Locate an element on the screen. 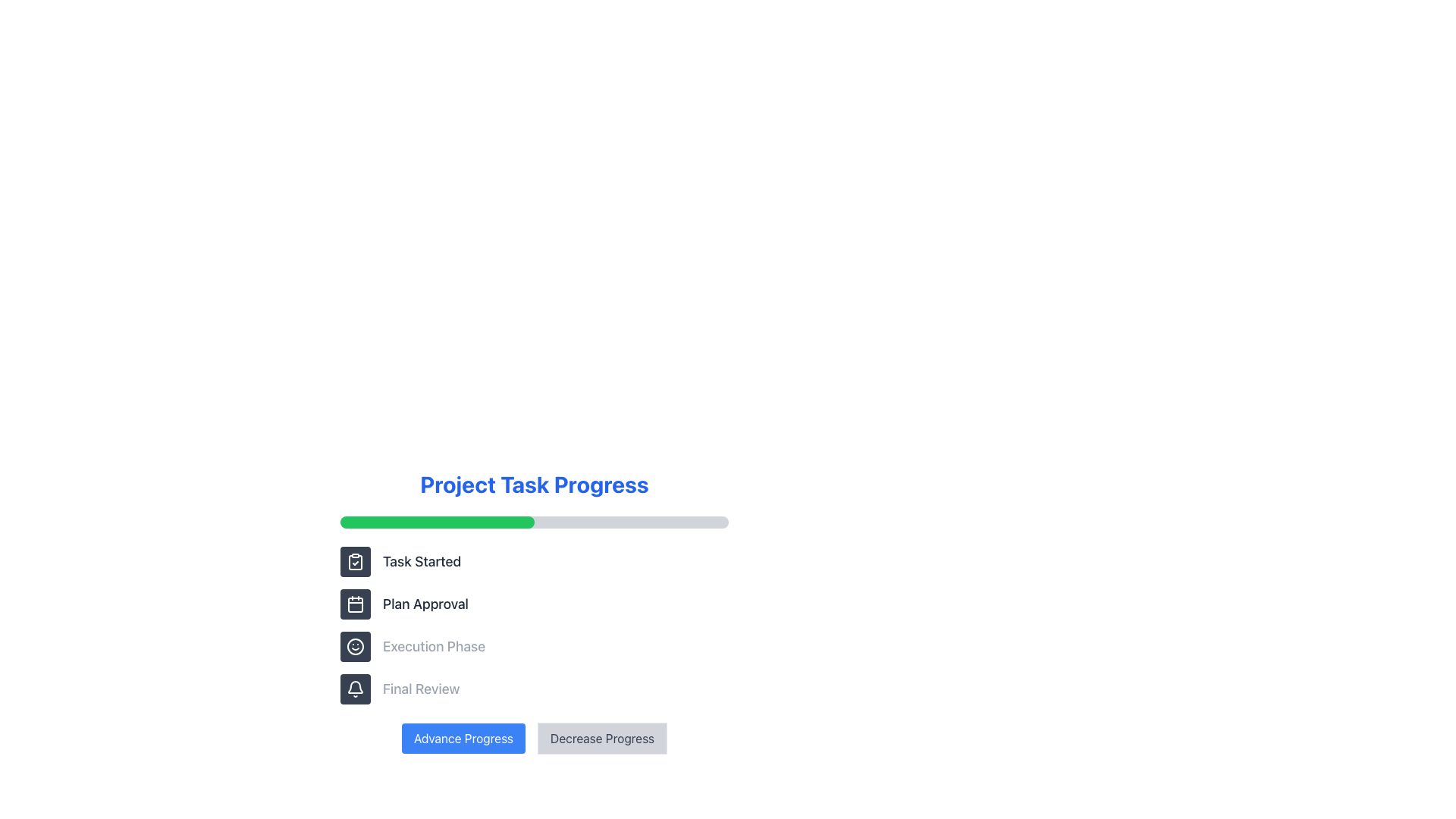 Image resolution: width=1456 pixels, height=819 pixels. the text label indicating the starting phase of the project task, which is the first element in the vertical list on the left side of the interface is located at coordinates (422, 561).